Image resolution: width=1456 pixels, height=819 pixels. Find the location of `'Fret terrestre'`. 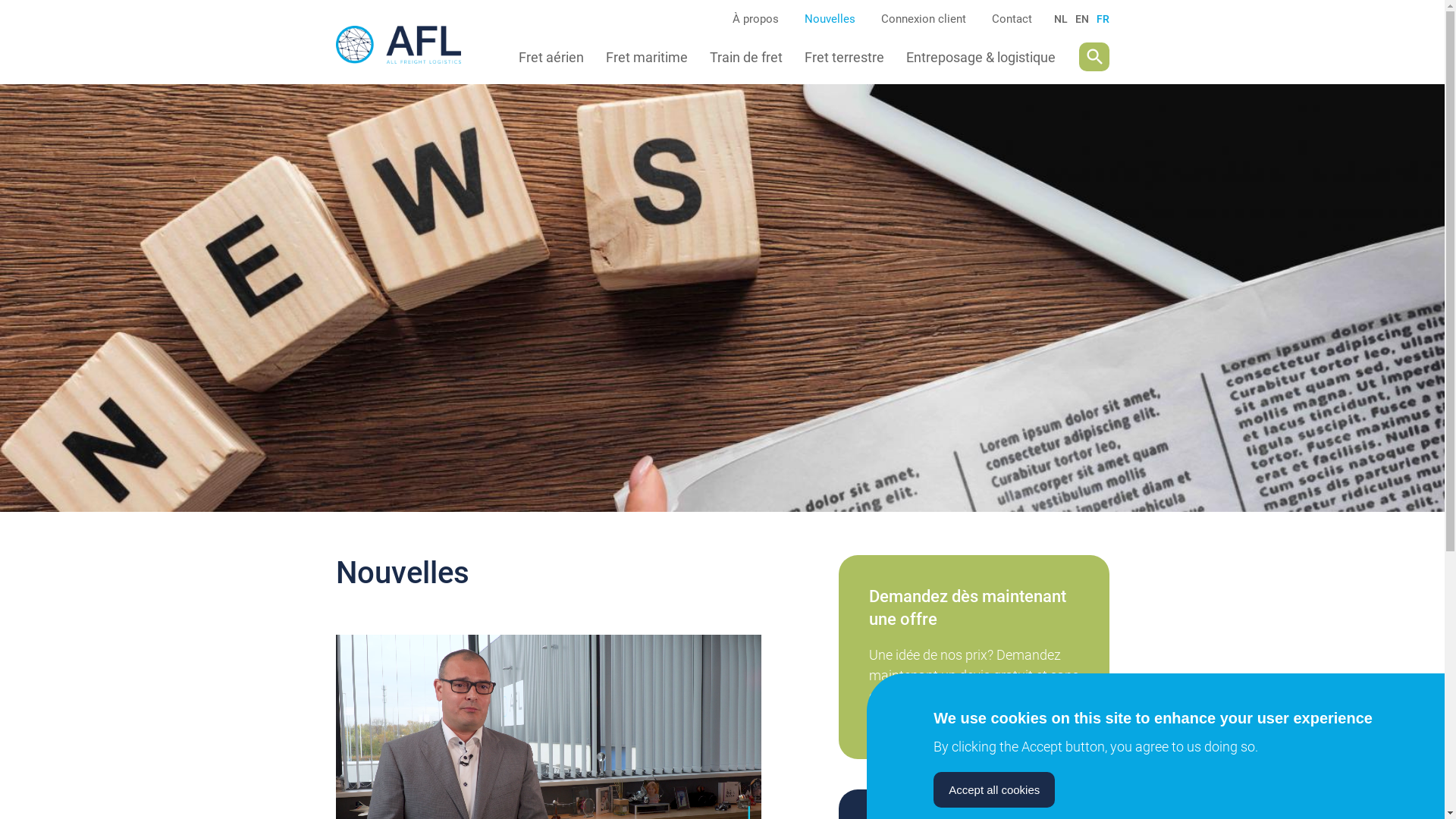

'Fret terrestre' is located at coordinates (843, 55).